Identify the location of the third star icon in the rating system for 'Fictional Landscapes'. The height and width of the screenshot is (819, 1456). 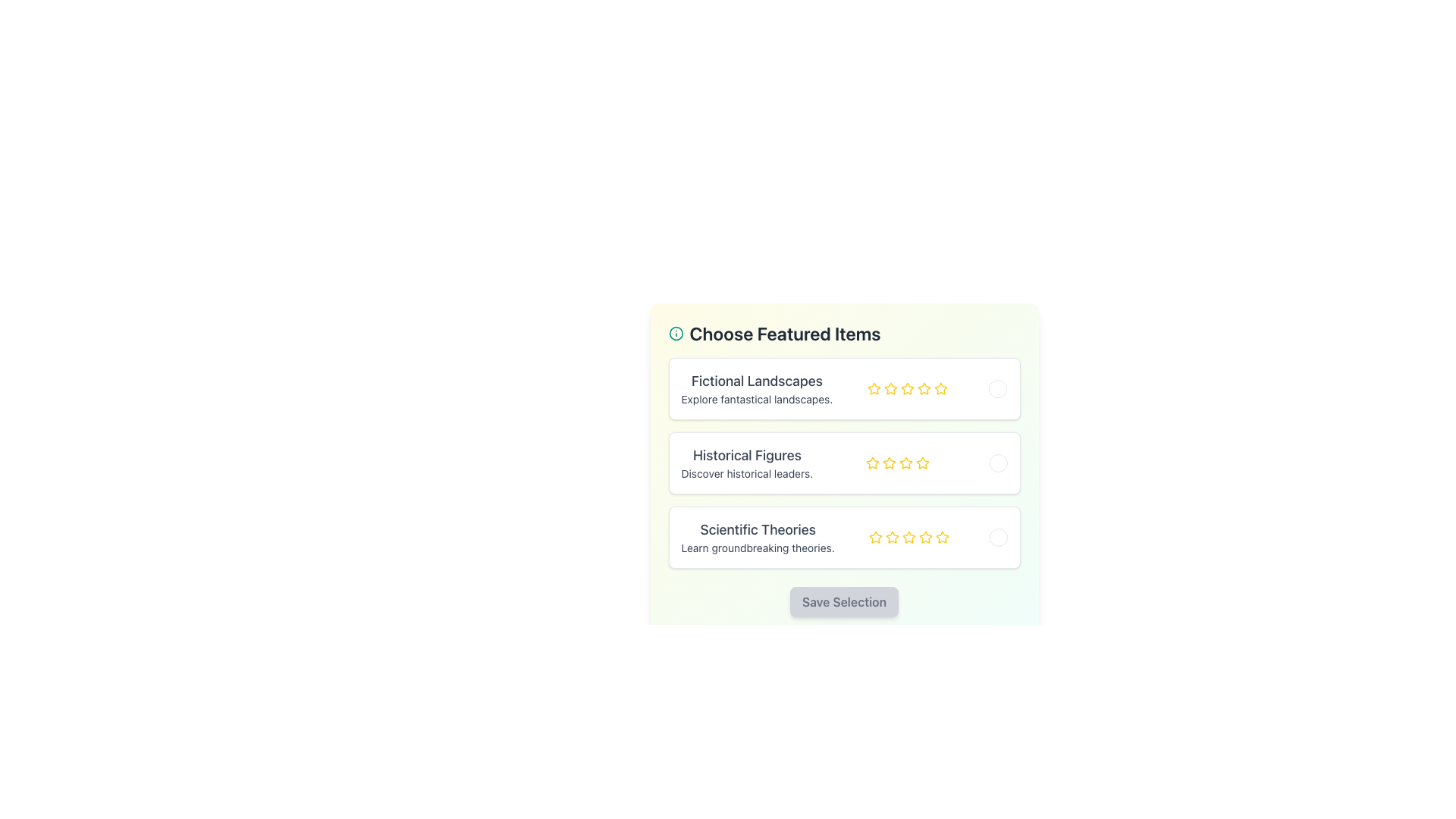
(908, 388).